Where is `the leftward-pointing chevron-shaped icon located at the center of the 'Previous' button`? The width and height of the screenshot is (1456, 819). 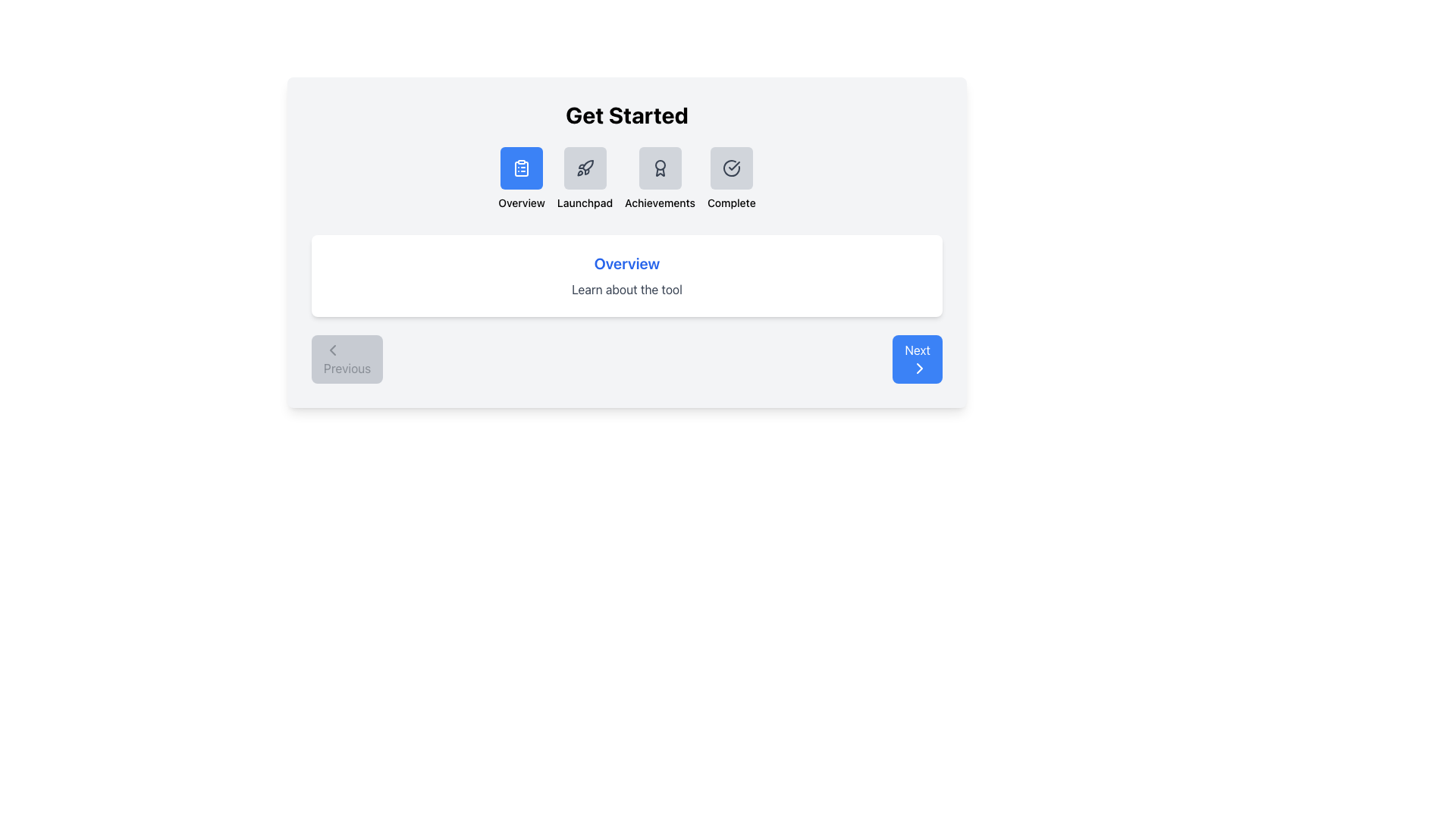
the leftward-pointing chevron-shaped icon located at the center of the 'Previous' button is located at coordinates (331, 350).